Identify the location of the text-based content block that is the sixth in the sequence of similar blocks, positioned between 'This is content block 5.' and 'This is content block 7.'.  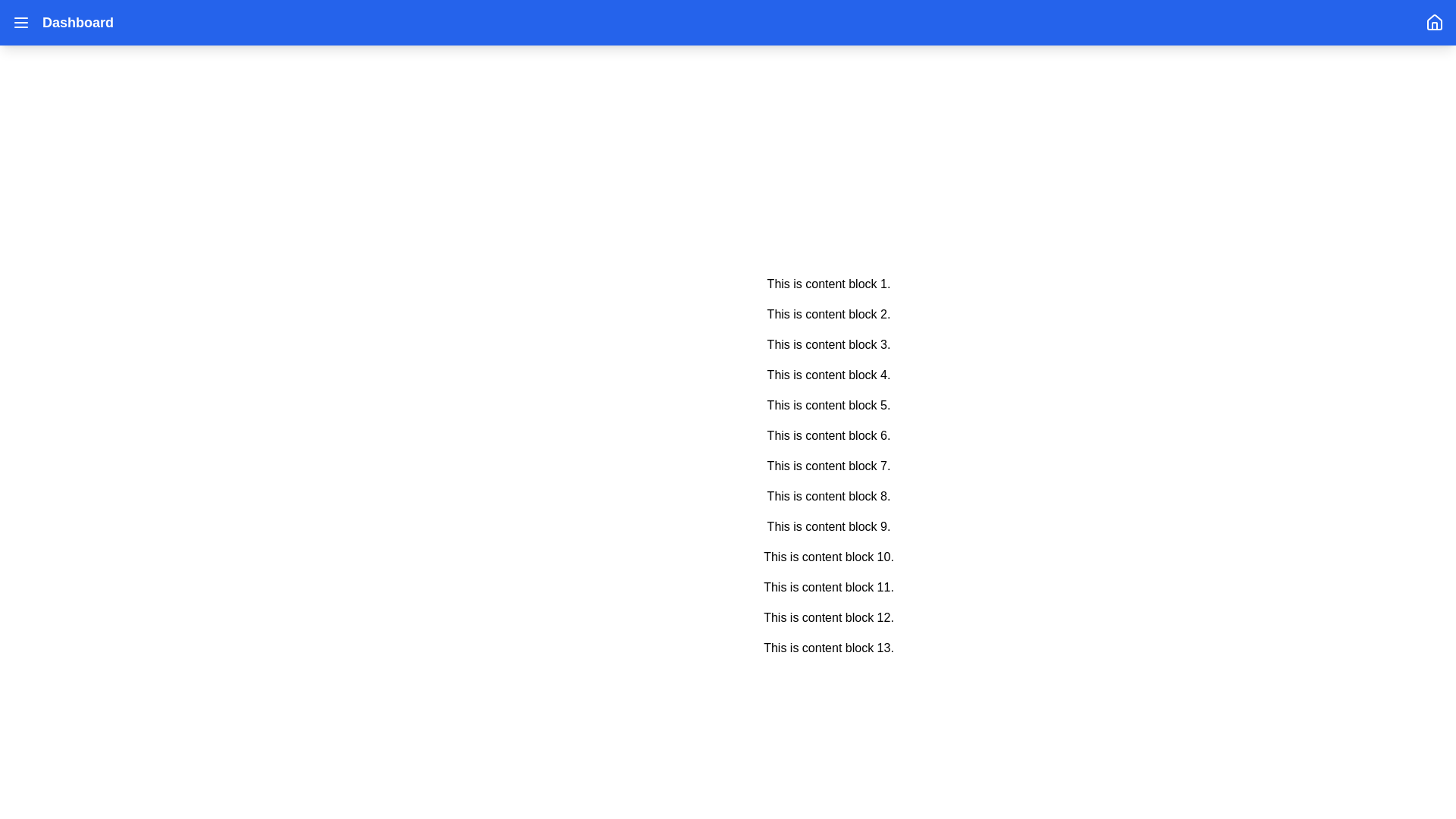
(828, 435).